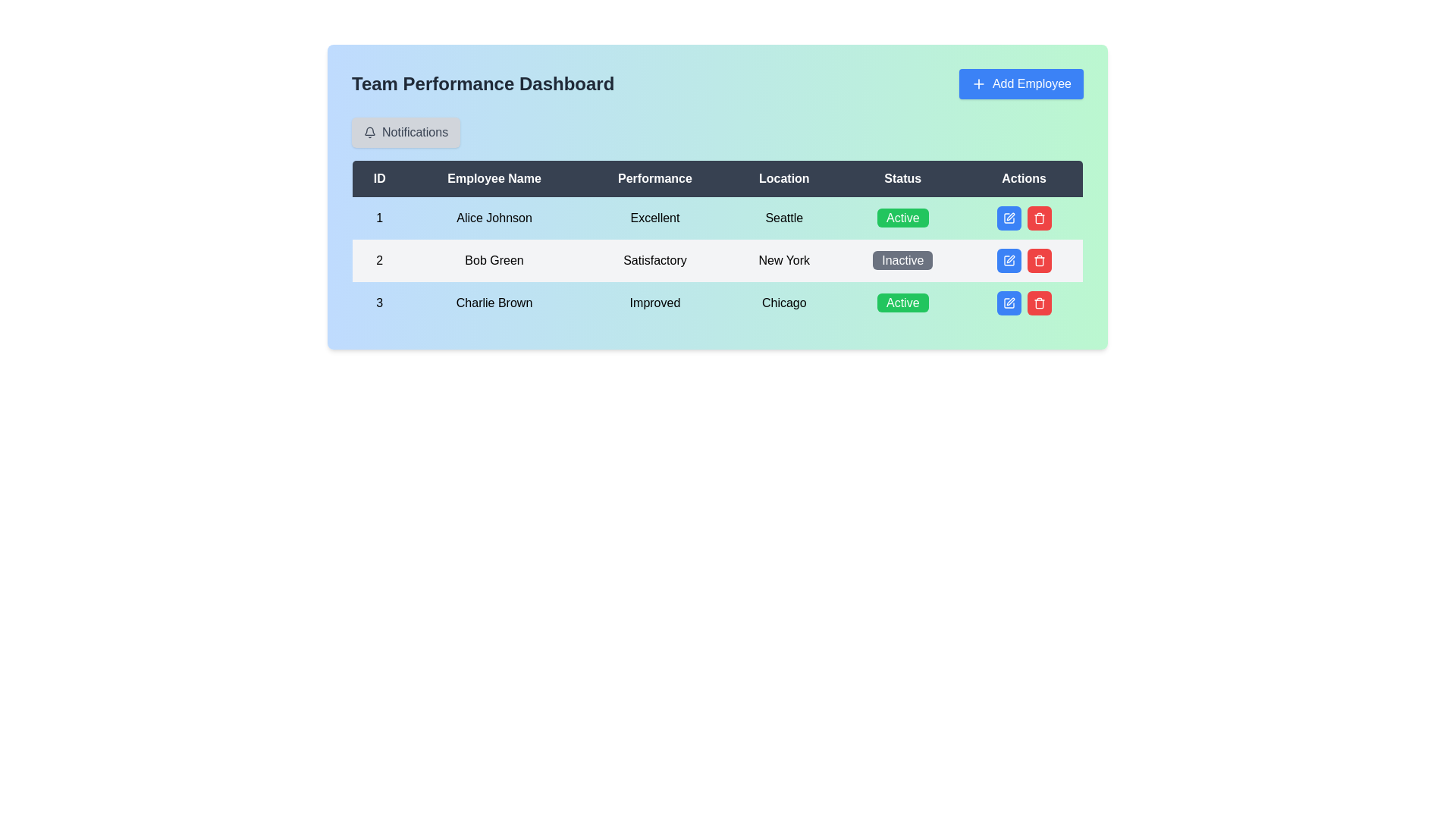 The image size is (1456, 819). Describe the element at coordinates (1008, 259) in the screenshot. I see `the edit icon in the Actions column of the second row for the employee named 'Bob Green'` at that location.